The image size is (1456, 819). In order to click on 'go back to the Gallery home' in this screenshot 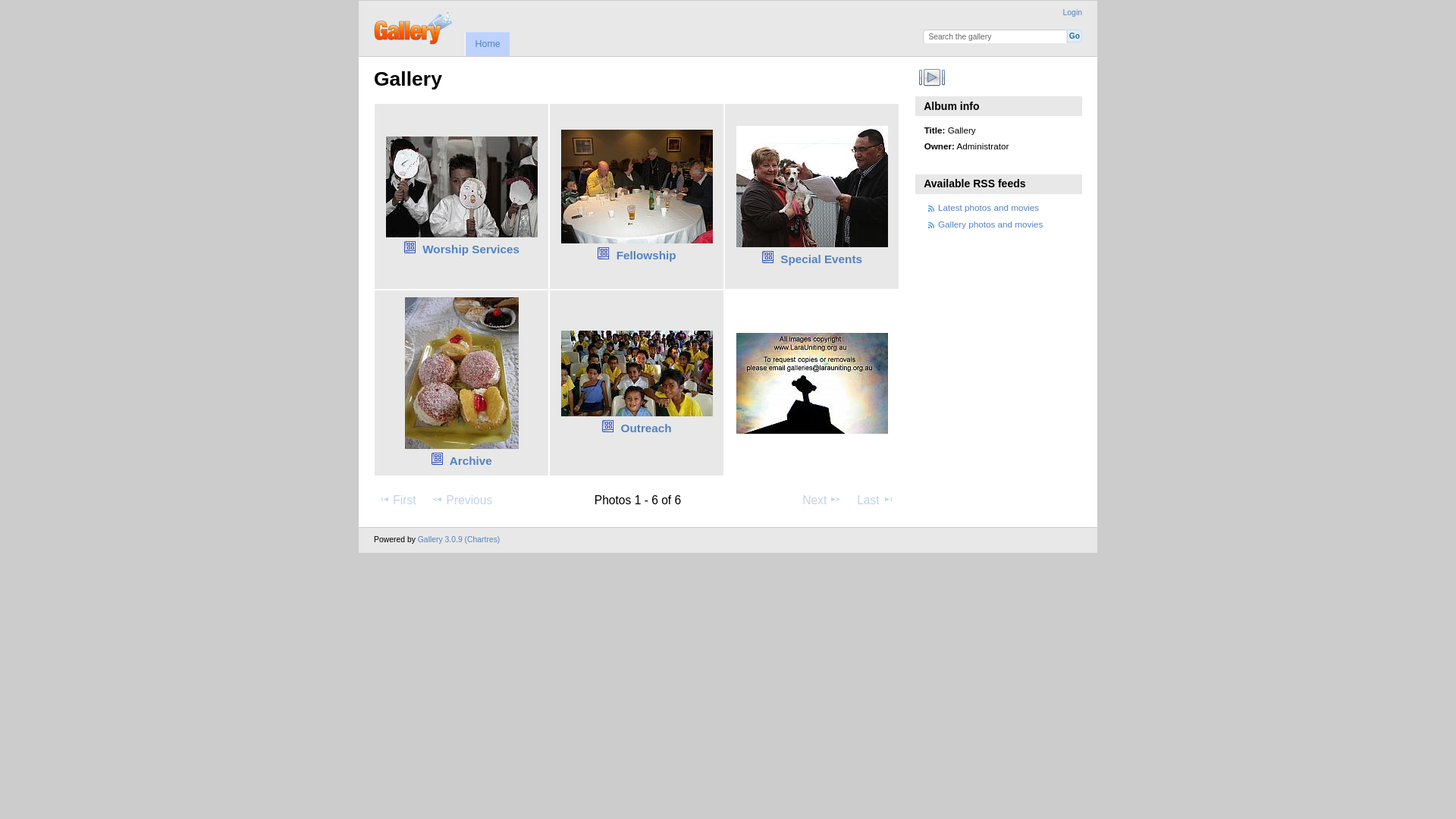, I will do `click(414, 26)`.